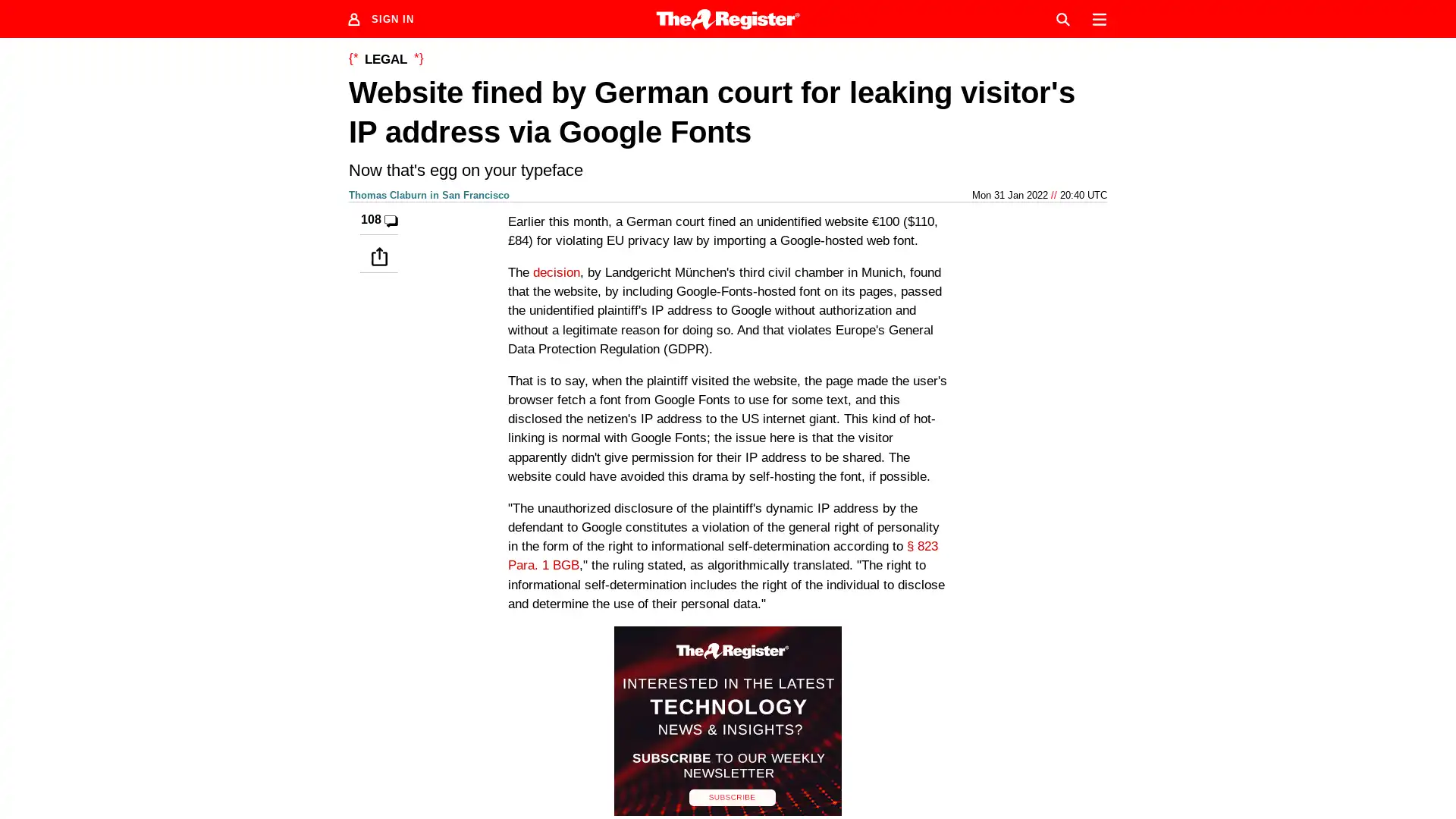 This screenshot has width=1456, height=819. Describe the element at coordinates (378, 255) in the screenshot. I see `Share this story` at that location.